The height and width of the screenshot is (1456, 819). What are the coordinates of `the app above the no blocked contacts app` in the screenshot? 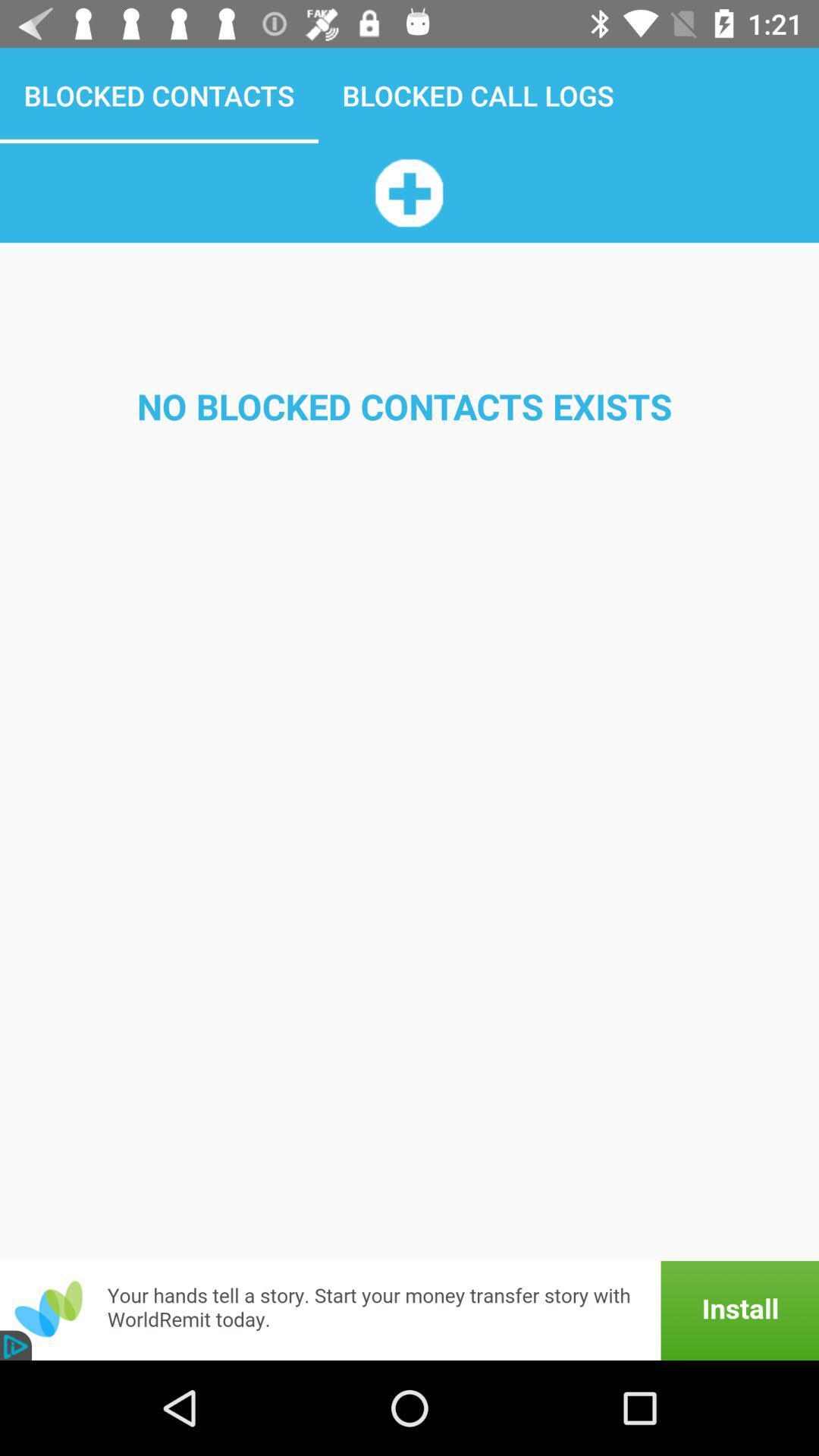 It's located at (408, 192).